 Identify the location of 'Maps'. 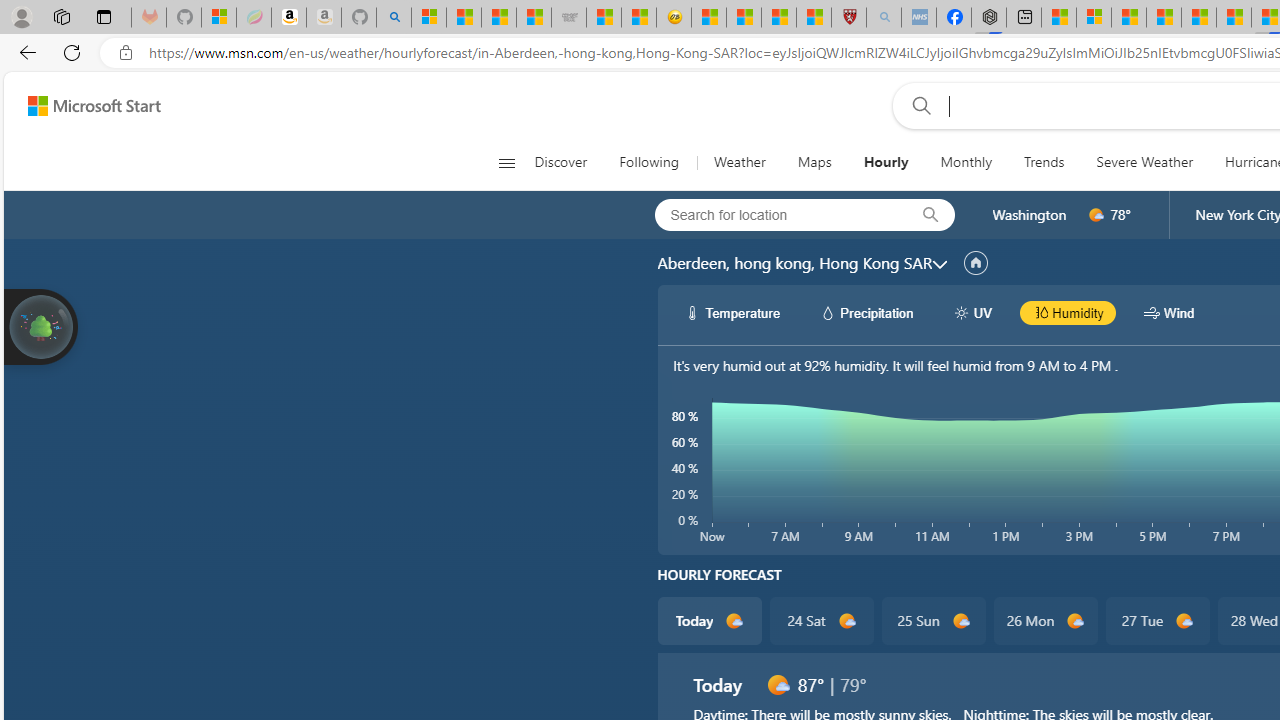
(814, 162).